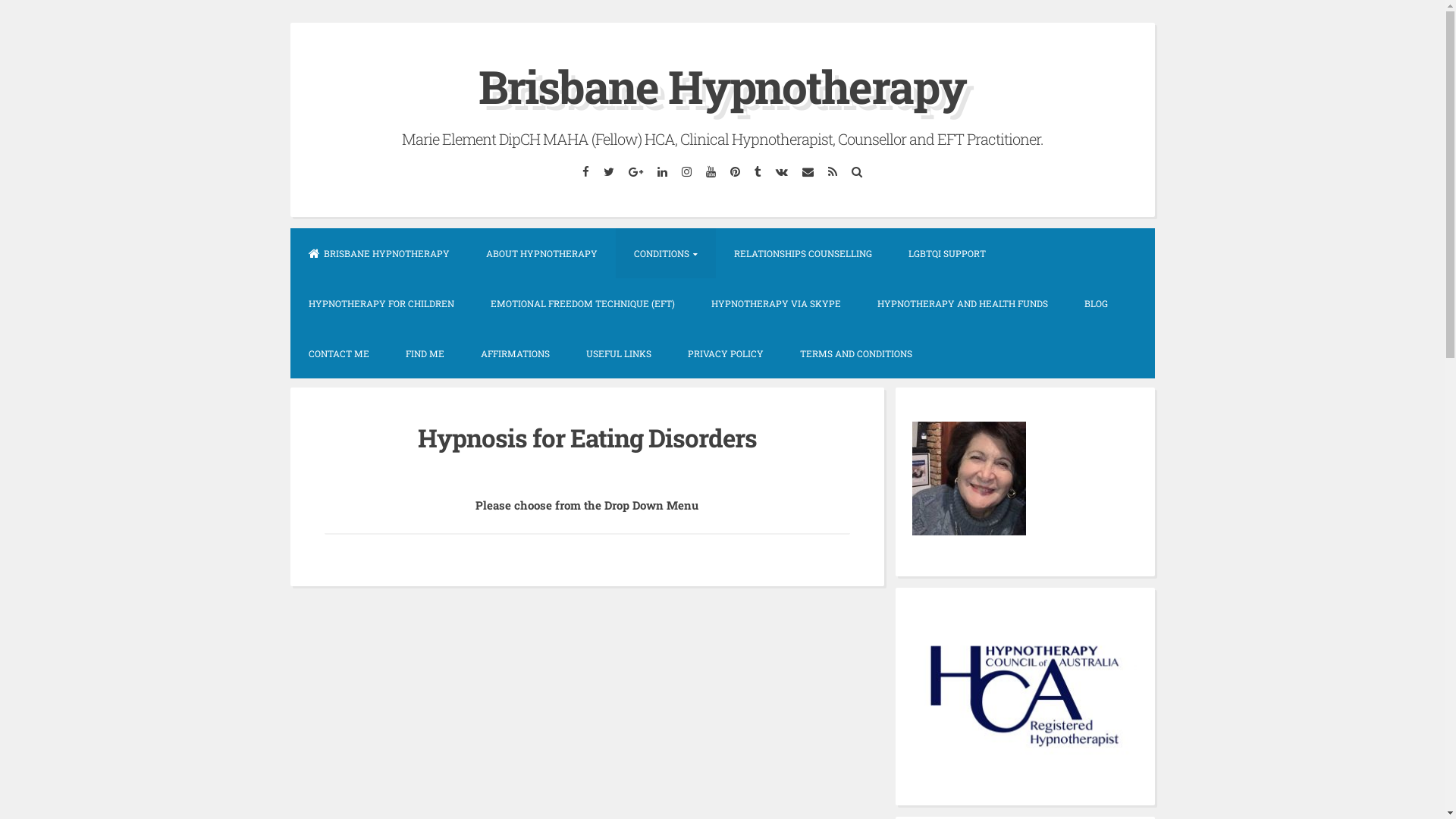 Image resolution: width=1456 pixels, height=819 pixels. Describe the element at coordinates (807, 171) in the screenshot. I see `'Email'` at that location.